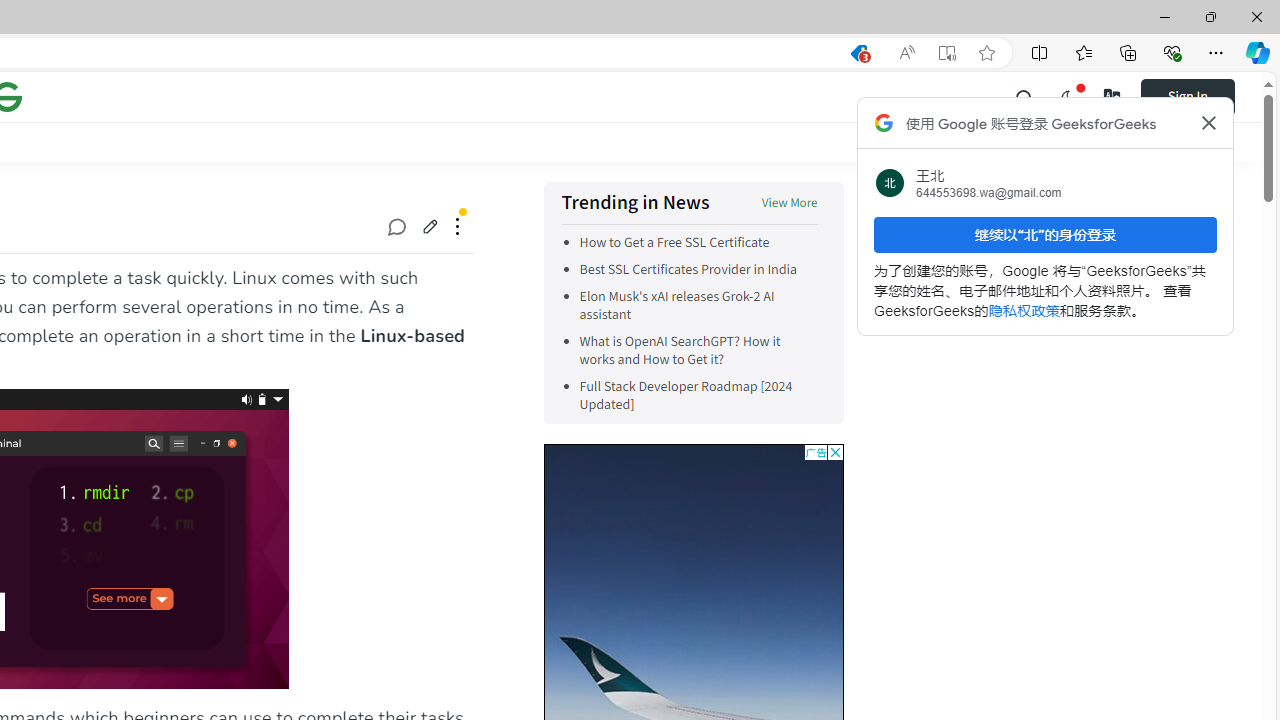 The height and width of the screenshot is (720, 1280). Describe the element at coordinates (945, 52) in the screenshot. I see `'Enter Immersive Reader (F9)'` at that location.